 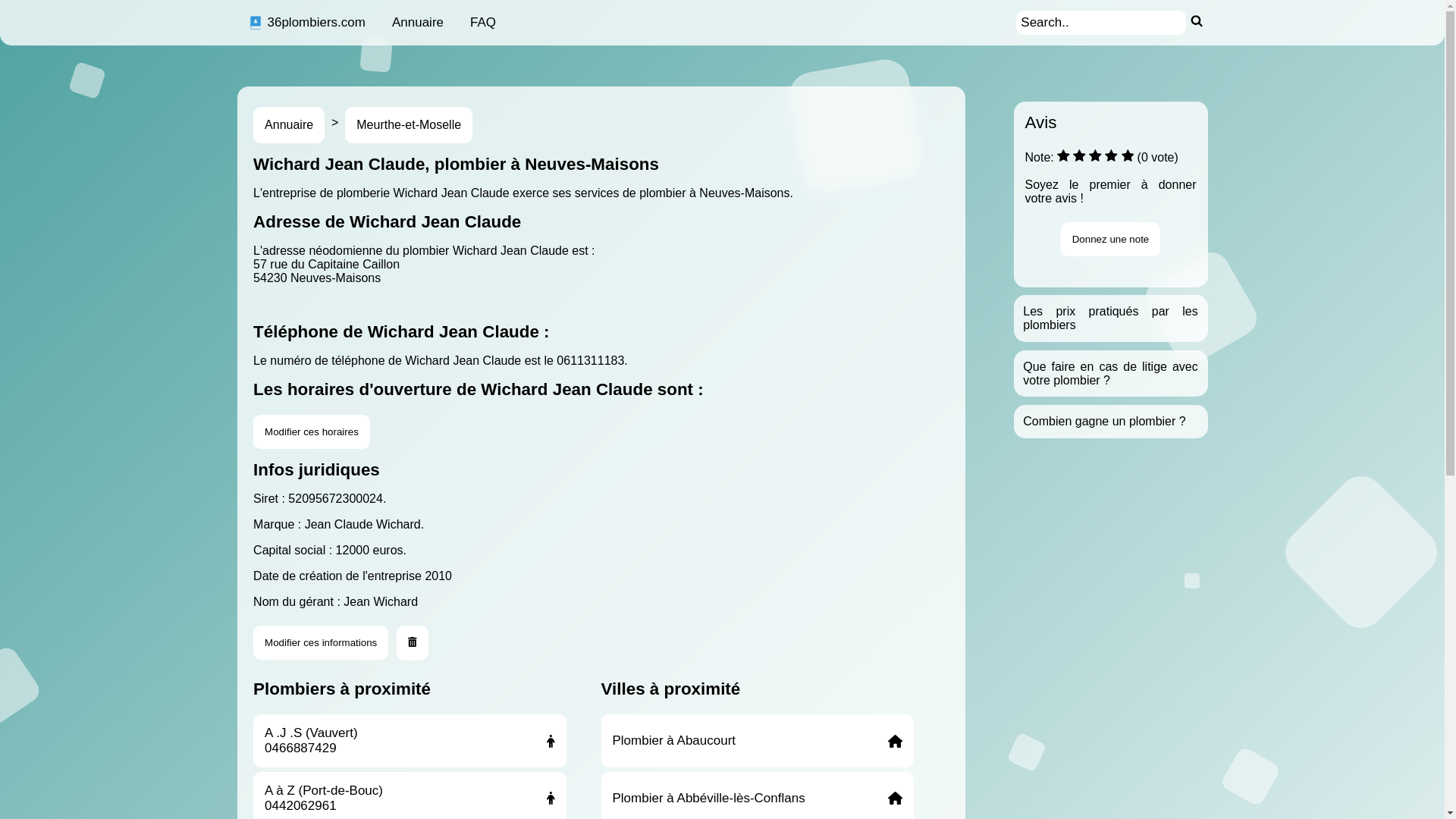 What do you see at coordinates (319, 642) in the screenshot?
I see `'Modifier ces informations'` at bounding box center [319, 642].